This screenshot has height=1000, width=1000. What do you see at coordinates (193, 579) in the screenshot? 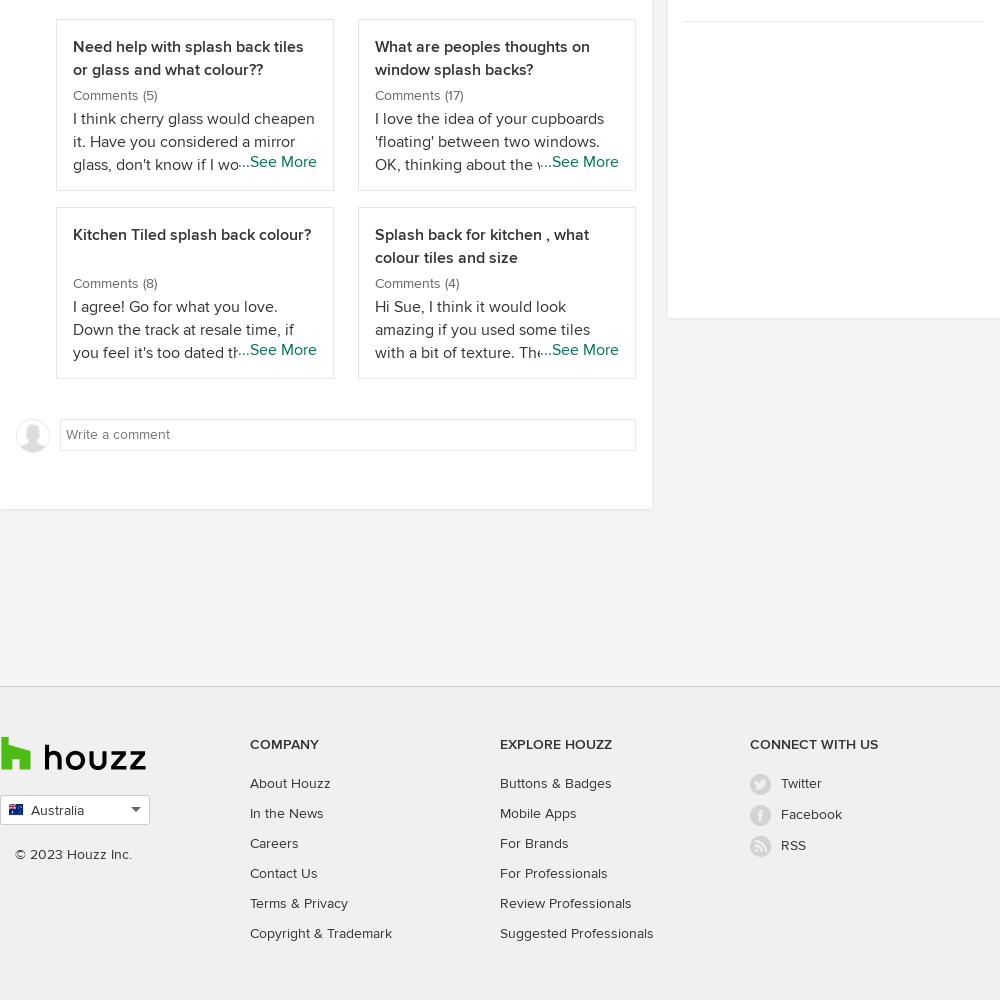
I see `'I agree! Go for what you love. Down the track at resale time, if you feel it's too dated then, there are many splash back materials that can be applied right over top of tile.  Is it just the area behind the cook top that will be tiled? I think anything will feel like &quot;too much&quot; at first if you've become accustomed to how it currently is. It's like when you paint a room. It can feel overwhelming at first until you begin to put furniture and decor back in place. A simple way to trial colours is to tack up some wrapping paper, fabric, contact paper (backing left on) or whatever you find that has a colour you think could work. Try use things with different sheen/gloss. Even paint a board and prop it there. Leave for a few hours and see what does and doesn't work for you.'` at bounding box center [193, 579].